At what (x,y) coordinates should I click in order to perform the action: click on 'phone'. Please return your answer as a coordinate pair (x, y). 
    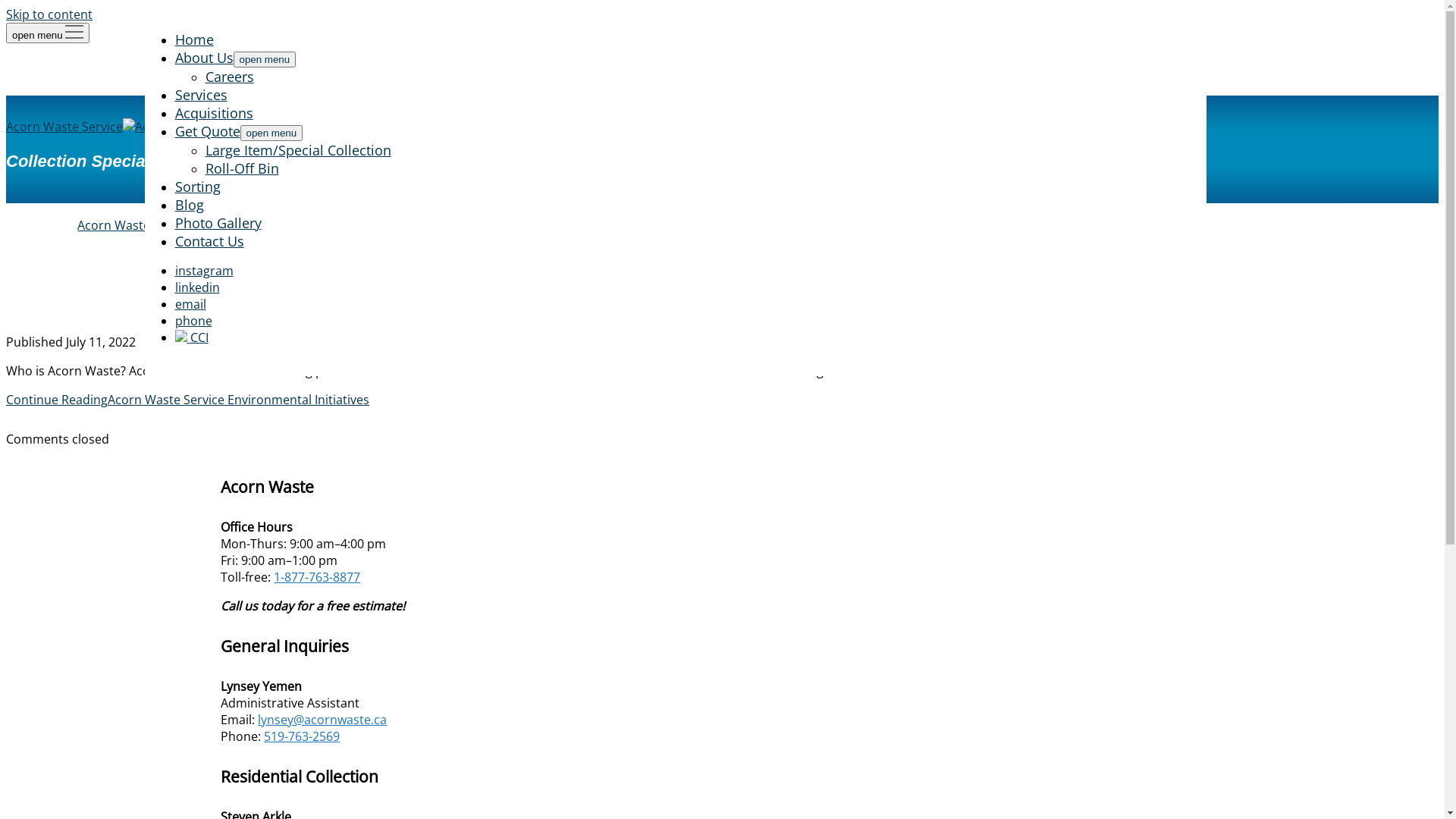
    Looking at the image, I should click on (192, 320).